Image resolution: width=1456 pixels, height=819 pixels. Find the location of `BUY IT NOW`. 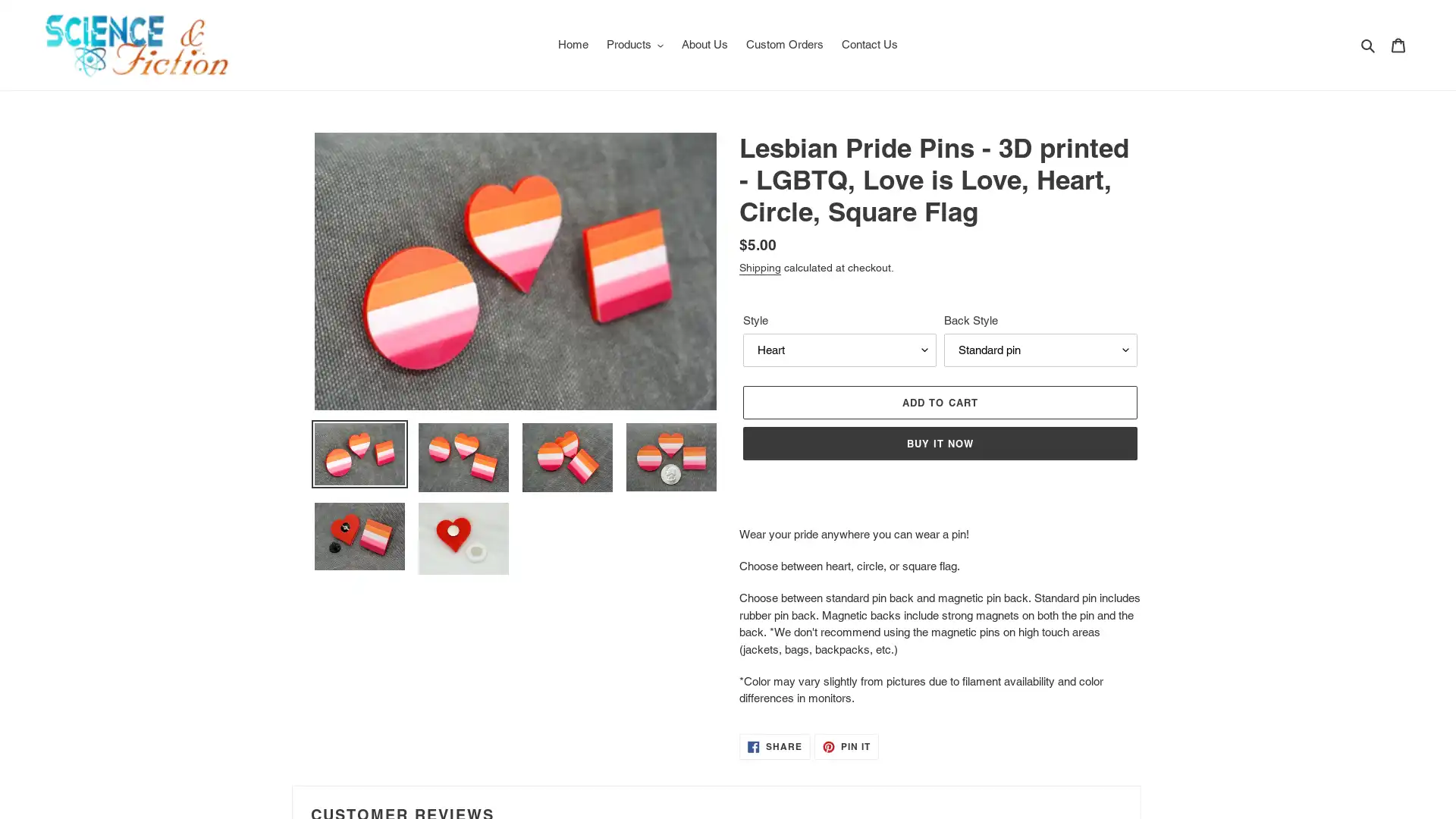

BUY IT NOW is located at coordinates (939, 442).